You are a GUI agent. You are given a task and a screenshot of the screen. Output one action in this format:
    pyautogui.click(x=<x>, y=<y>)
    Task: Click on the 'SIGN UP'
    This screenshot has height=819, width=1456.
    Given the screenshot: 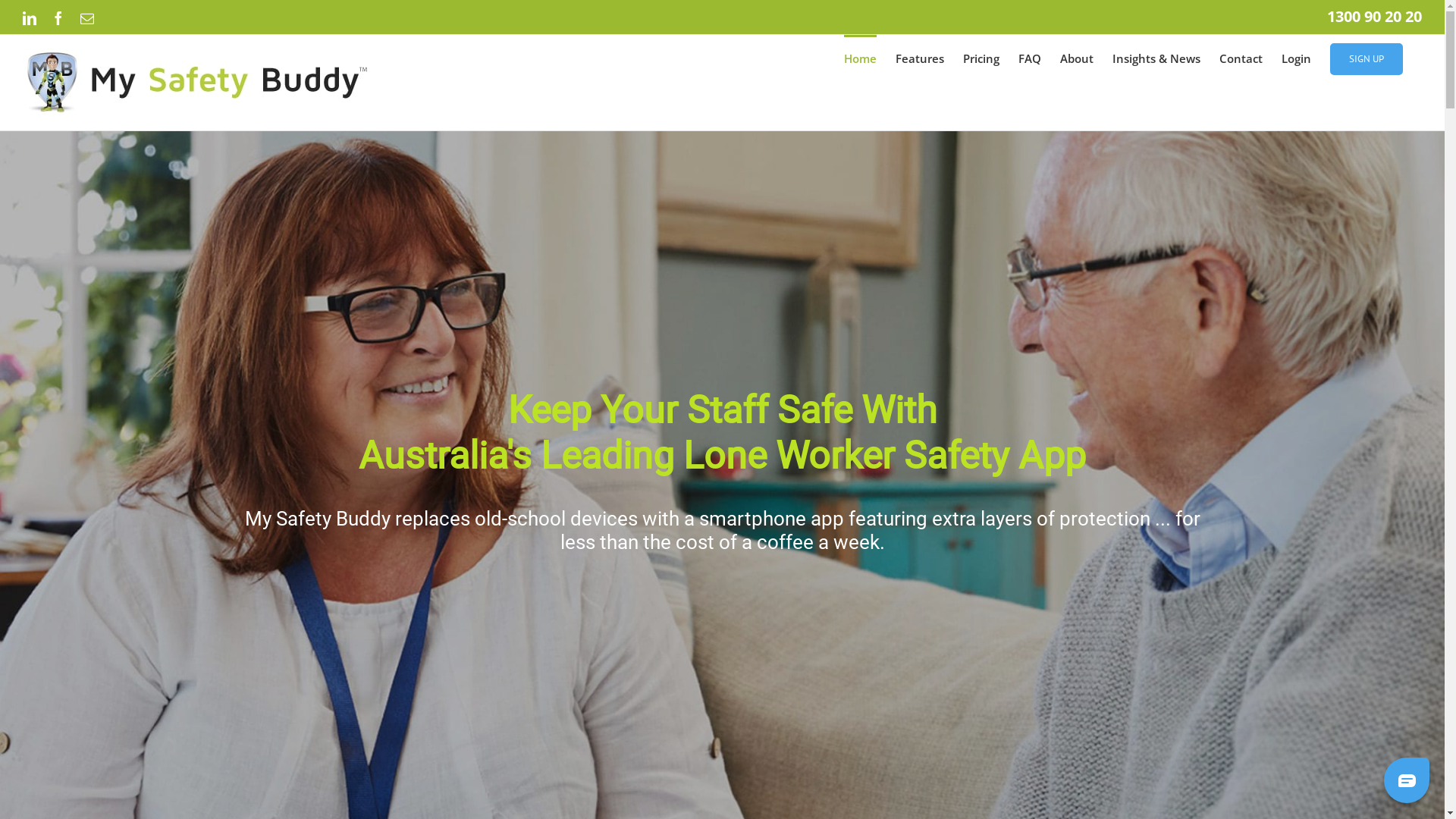 What is the action you would take?
    pyautogui.click(x=1366, y=57)
    